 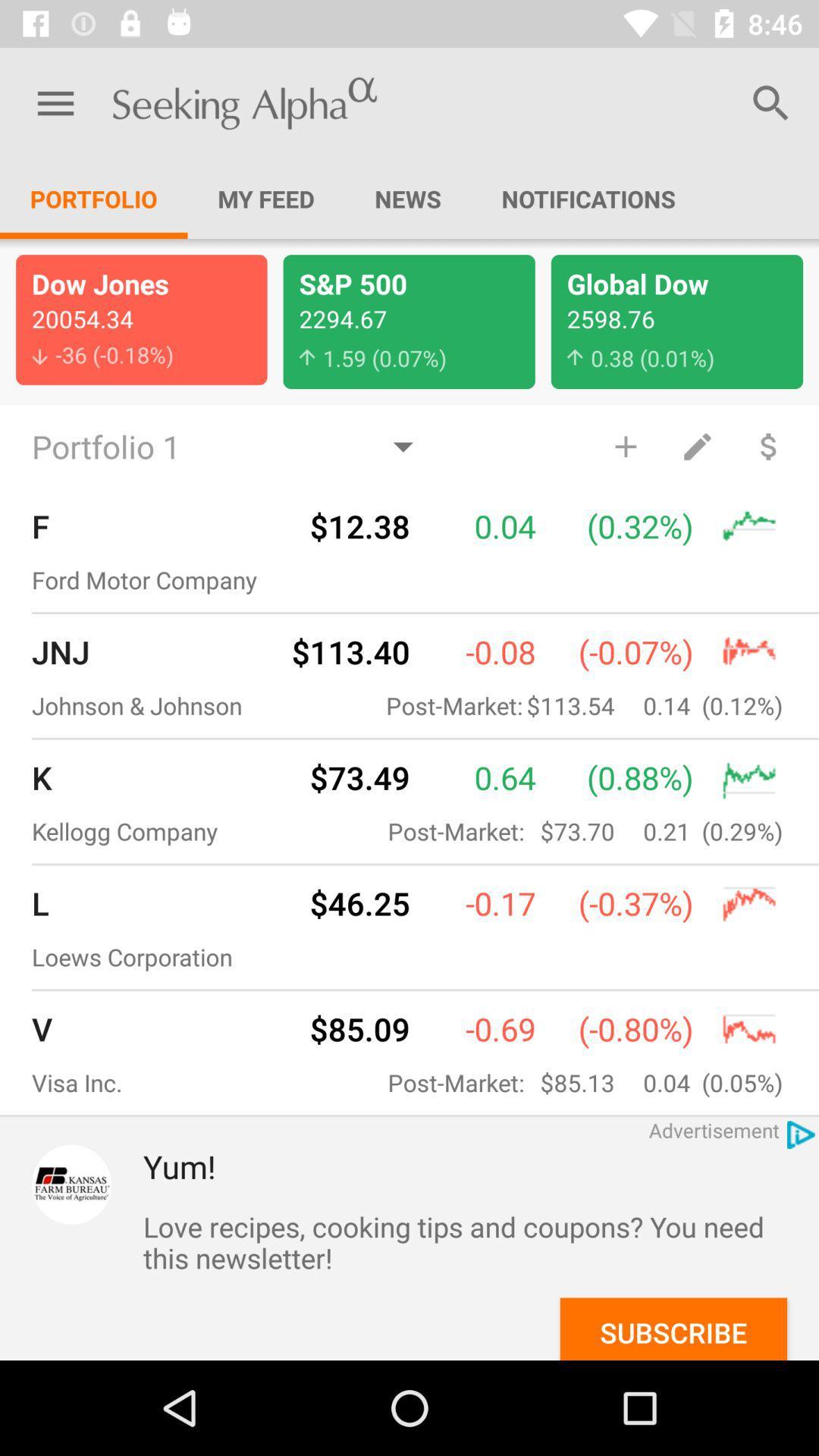 I want to click on the item next to portfolio 1 icon, so click(x=626, y=445).